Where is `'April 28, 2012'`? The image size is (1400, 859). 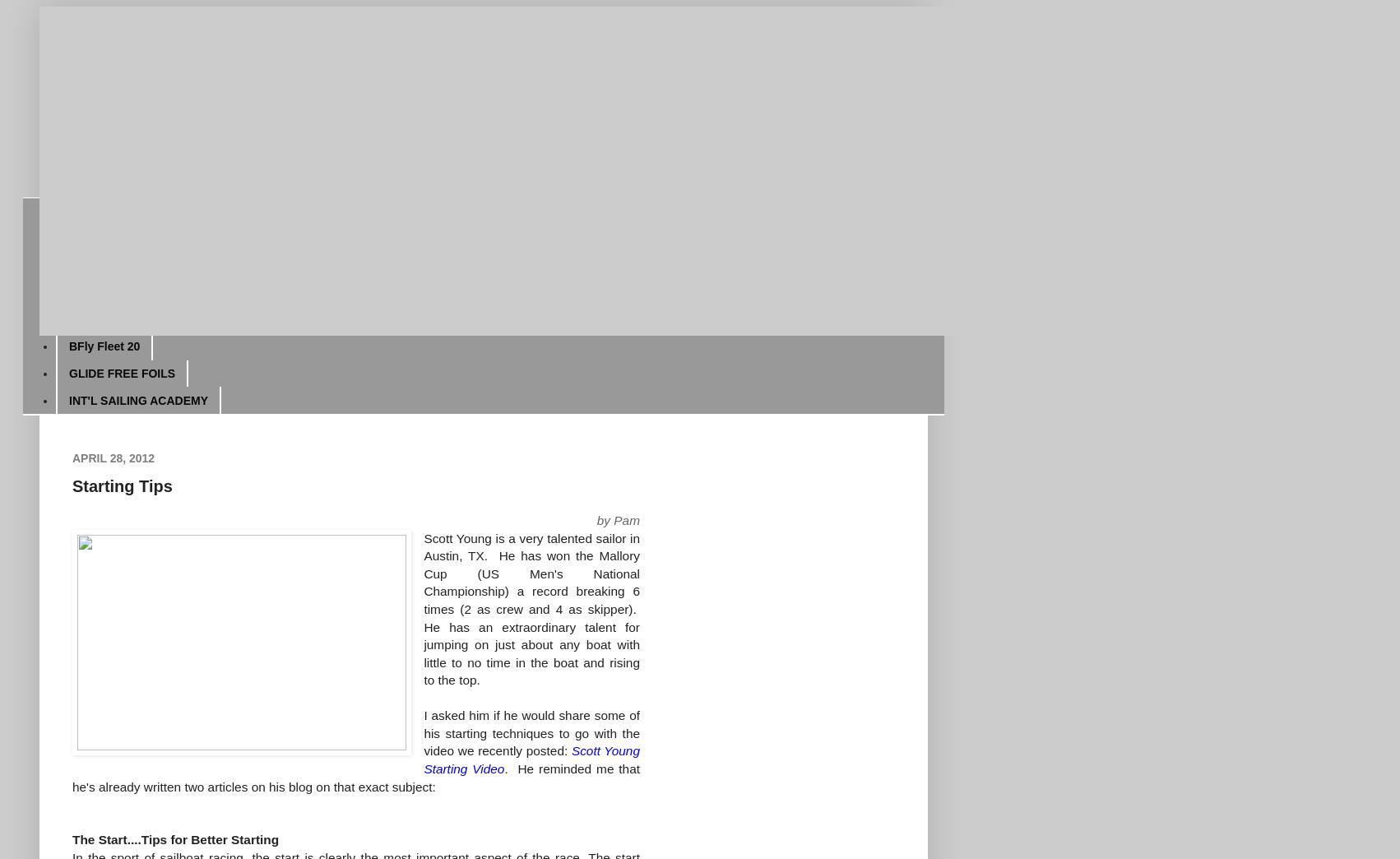 'April 28, 2012' is located at coordinates (114, 457).